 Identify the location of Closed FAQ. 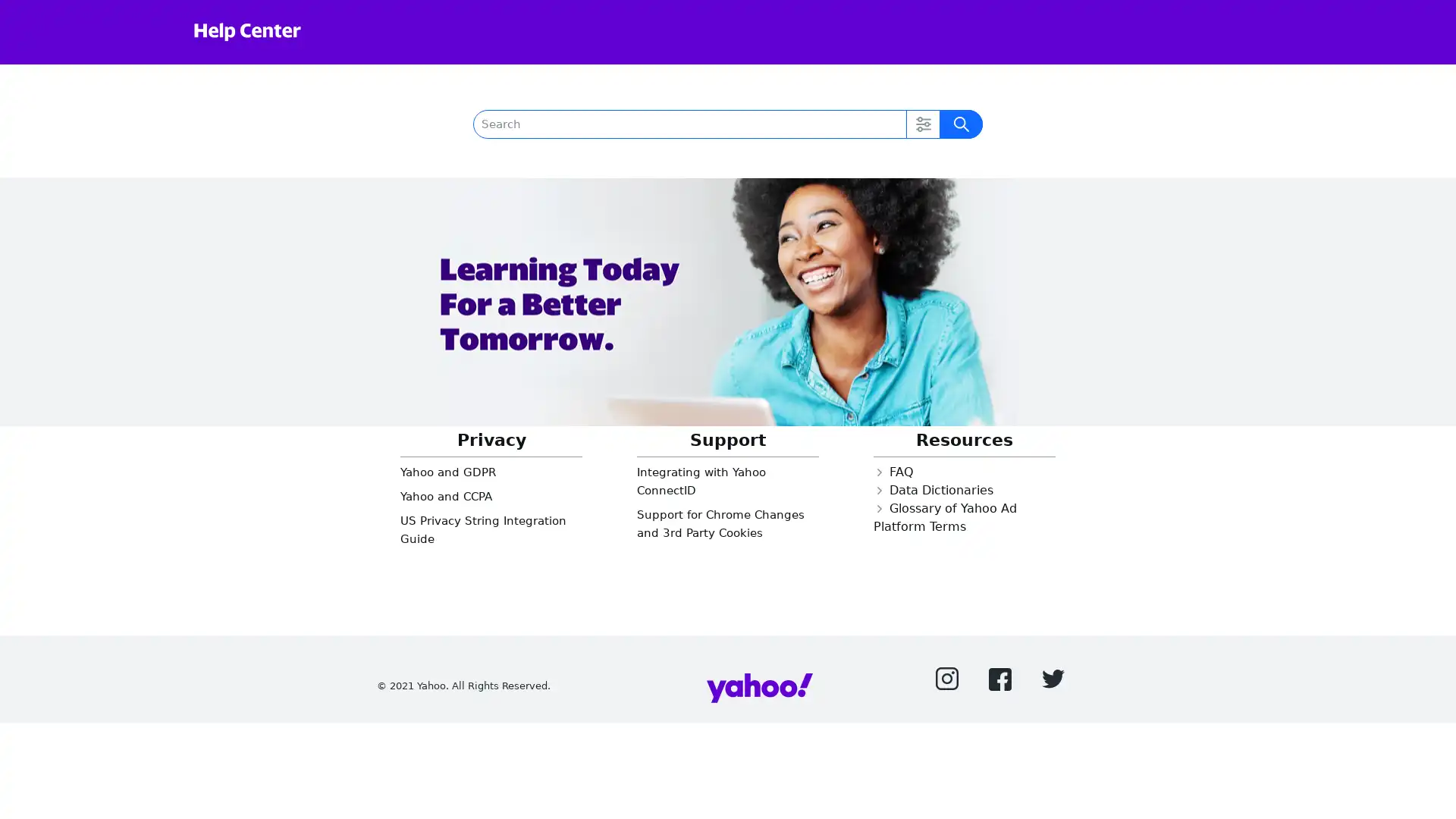
(893, 471).